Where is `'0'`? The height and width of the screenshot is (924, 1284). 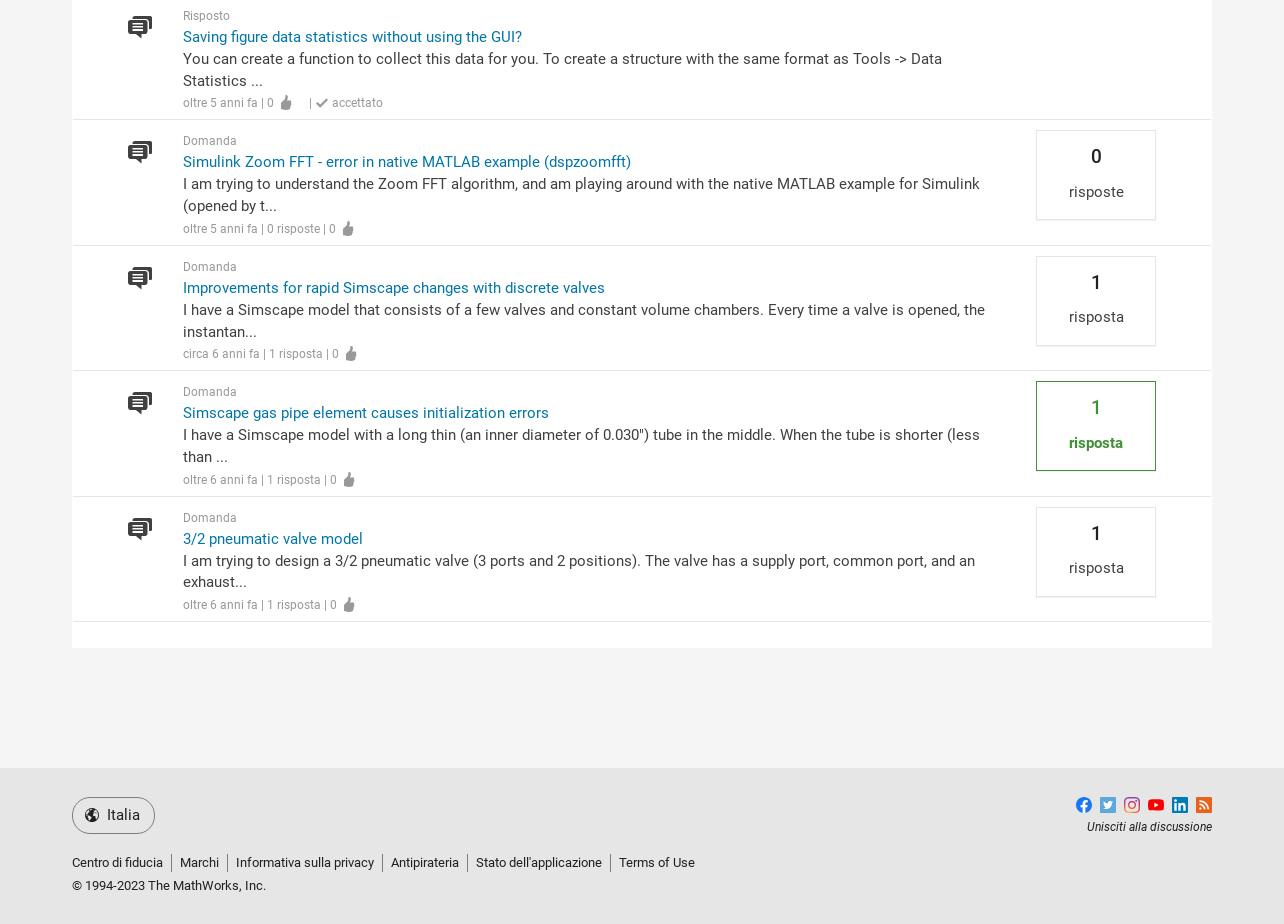 '0' is located at coordinates (1095, 156).